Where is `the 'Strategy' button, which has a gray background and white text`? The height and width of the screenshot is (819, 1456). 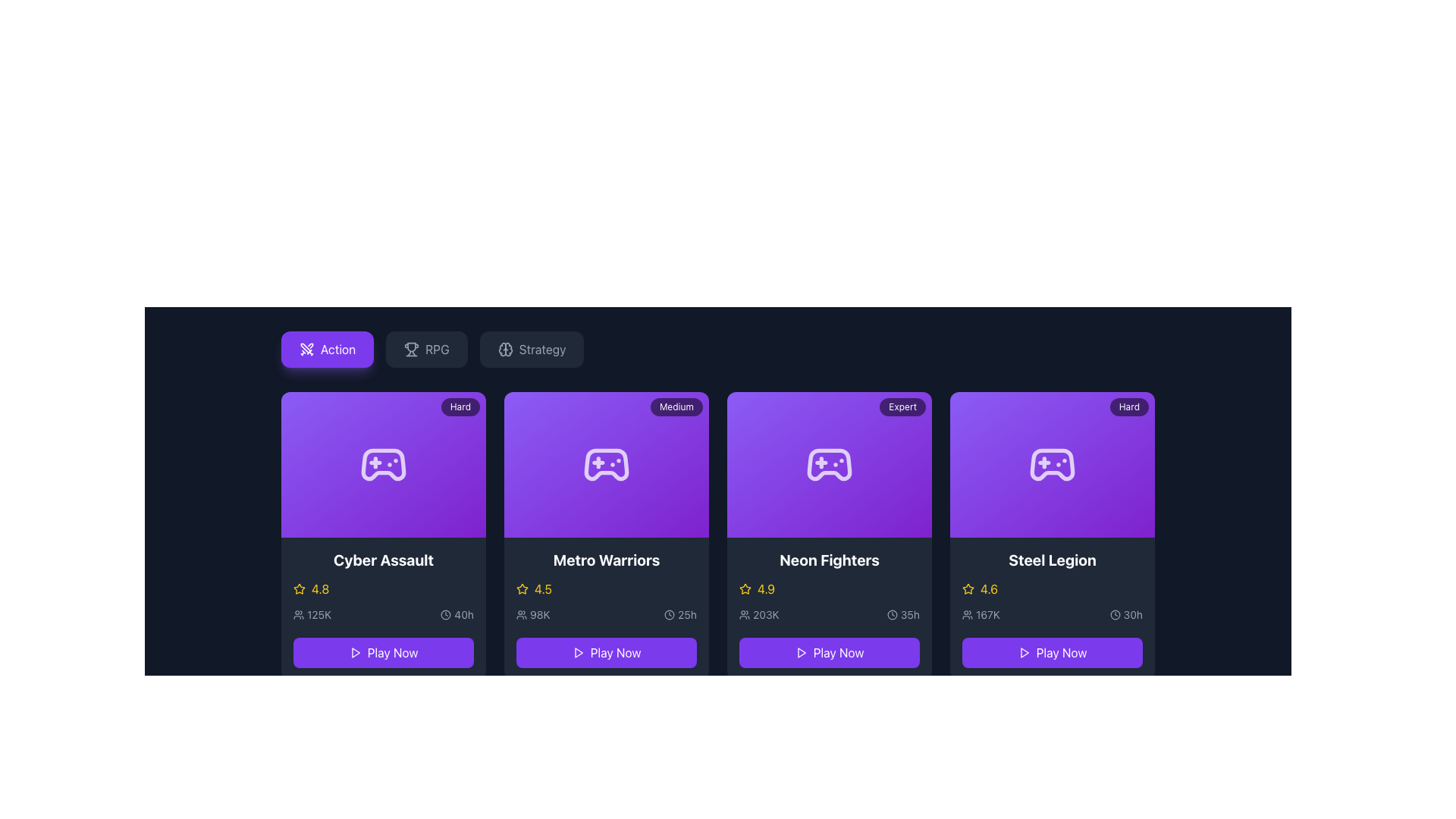
the 'Strategy' button, which has a gray background and white text is located at coordinates (532, 350).